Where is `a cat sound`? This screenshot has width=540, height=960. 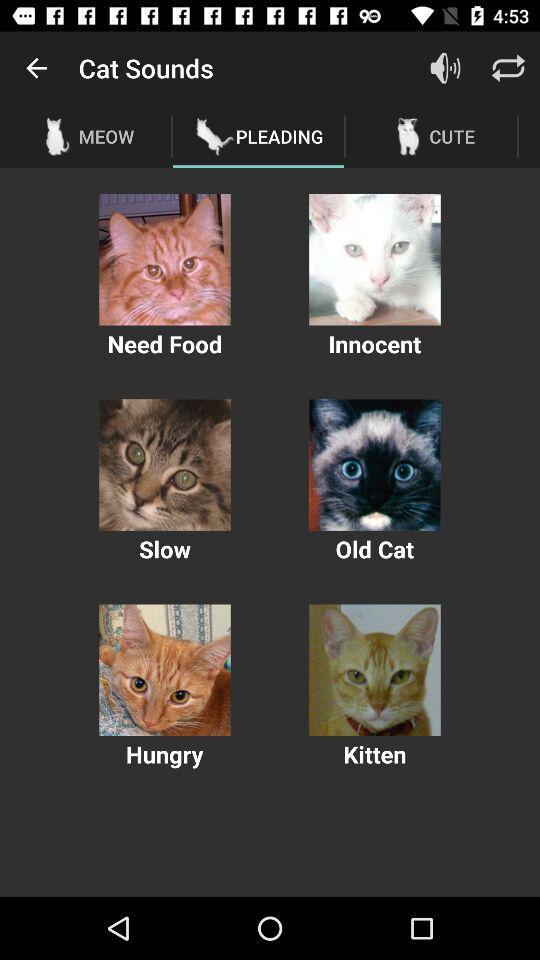 a cat sound is located at coordinates (164, 258).